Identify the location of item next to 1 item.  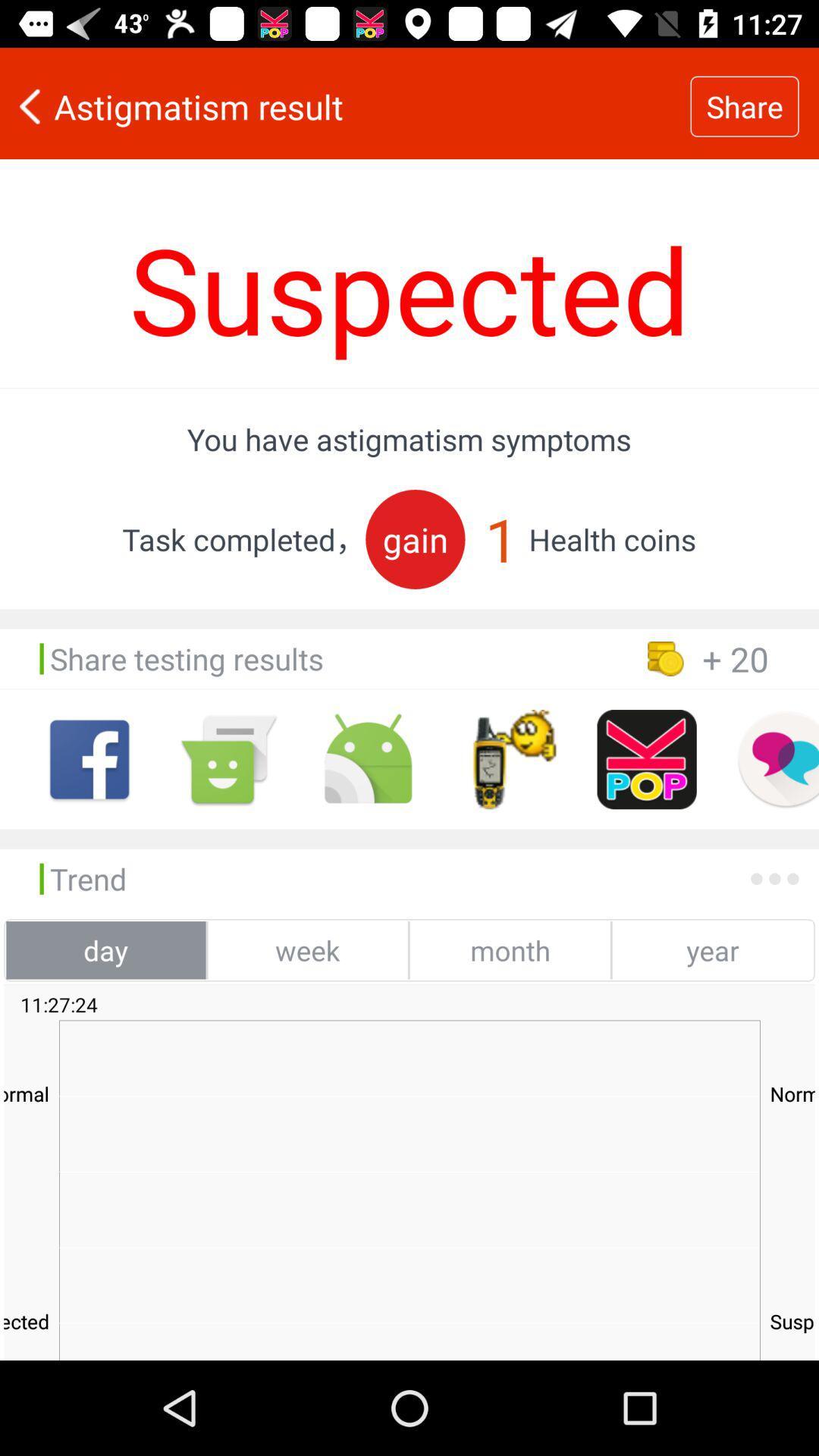
(415, 539).